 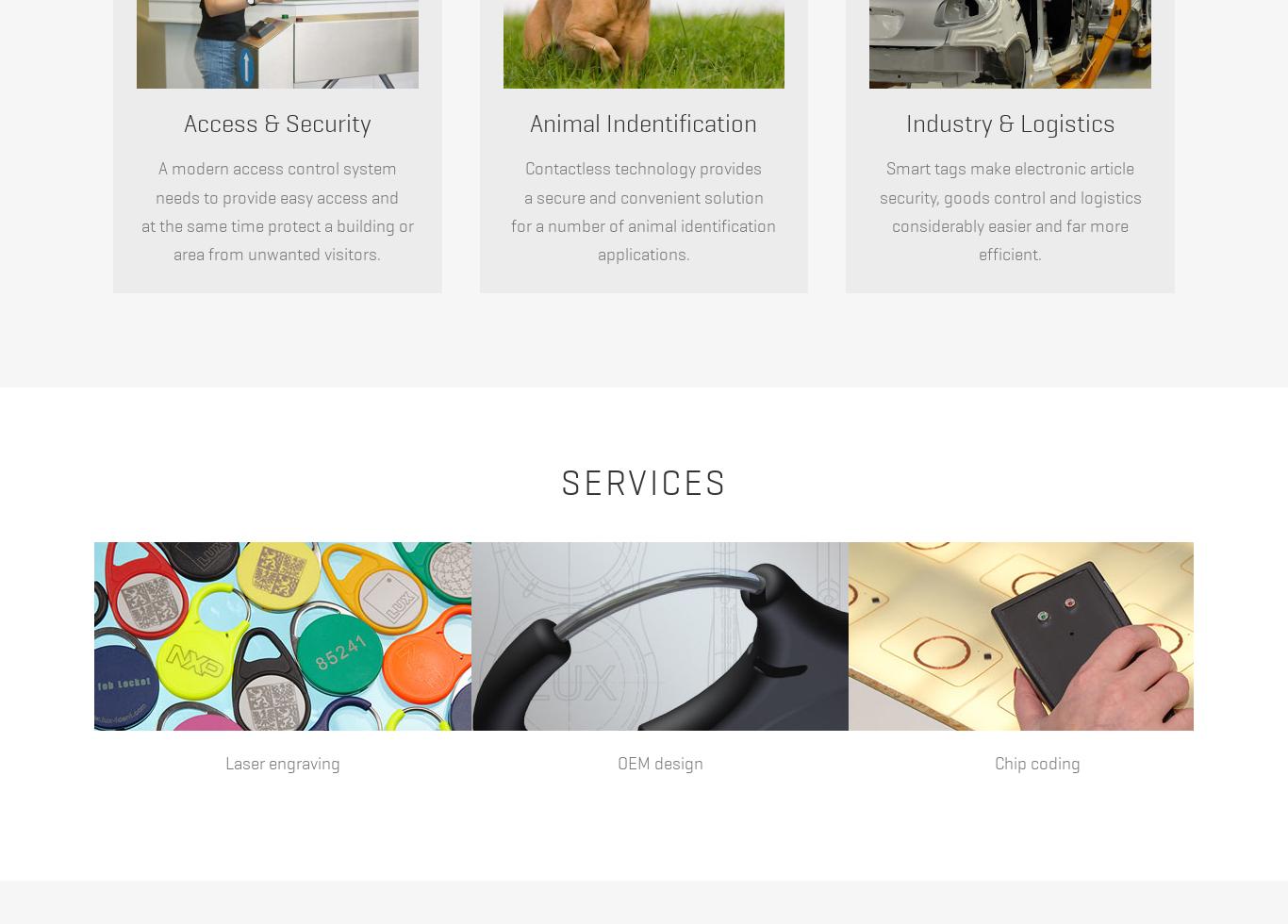 I want to click on 'A modern access control system needs to provide easy access and at the same time protect a building or area from unwanted visitors.', so click(x=276, y=211).